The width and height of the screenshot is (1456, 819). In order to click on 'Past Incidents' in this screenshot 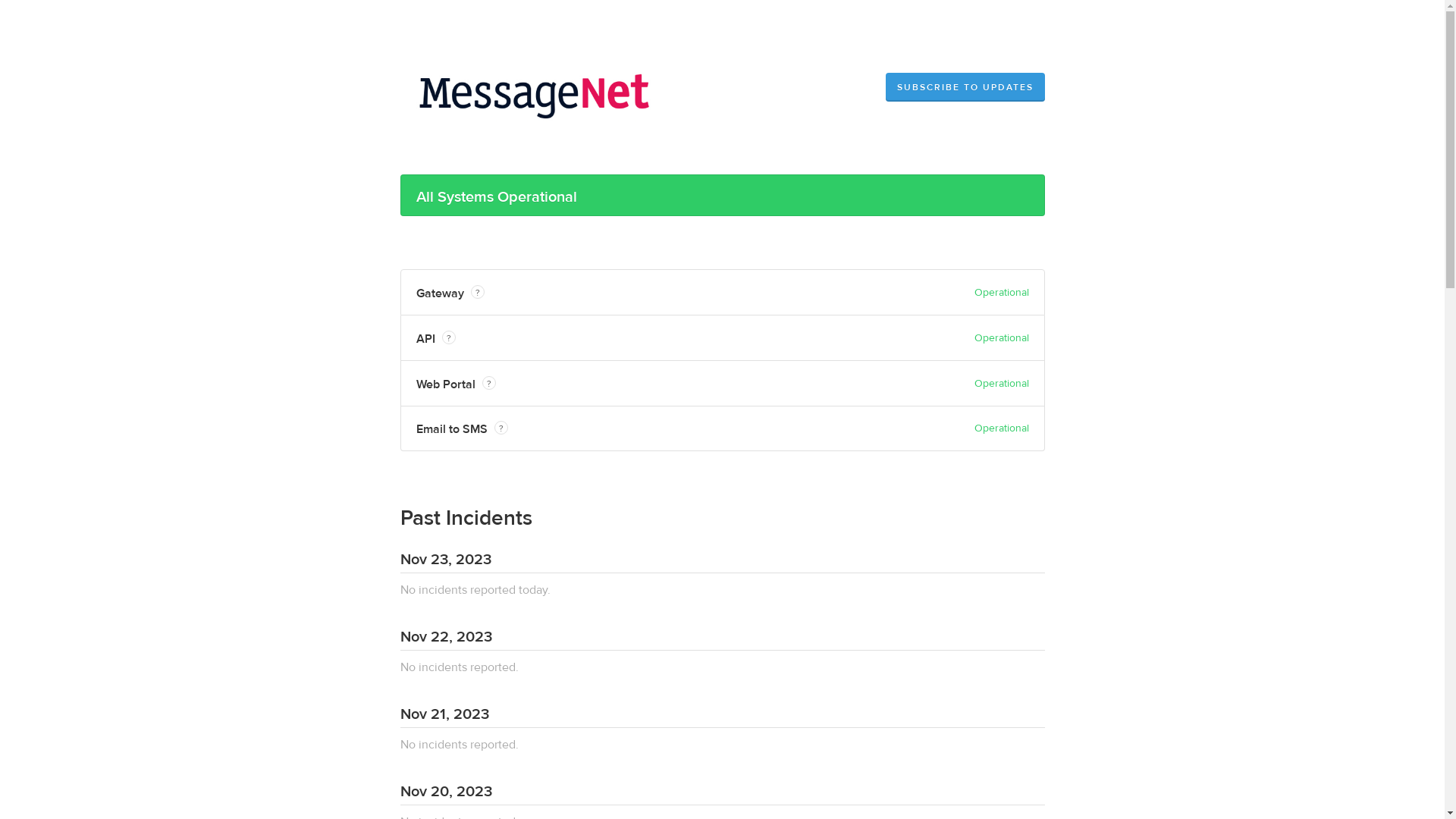, I will do `click(465, 517)`.